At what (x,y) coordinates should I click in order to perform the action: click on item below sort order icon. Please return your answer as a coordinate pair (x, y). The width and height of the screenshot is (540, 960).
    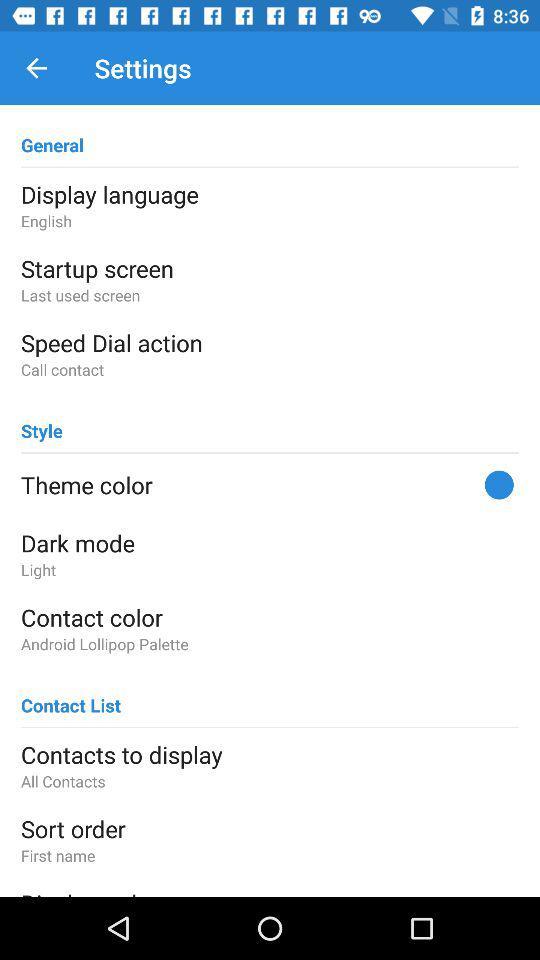
    Looking at the image, I should click on (270, 854).